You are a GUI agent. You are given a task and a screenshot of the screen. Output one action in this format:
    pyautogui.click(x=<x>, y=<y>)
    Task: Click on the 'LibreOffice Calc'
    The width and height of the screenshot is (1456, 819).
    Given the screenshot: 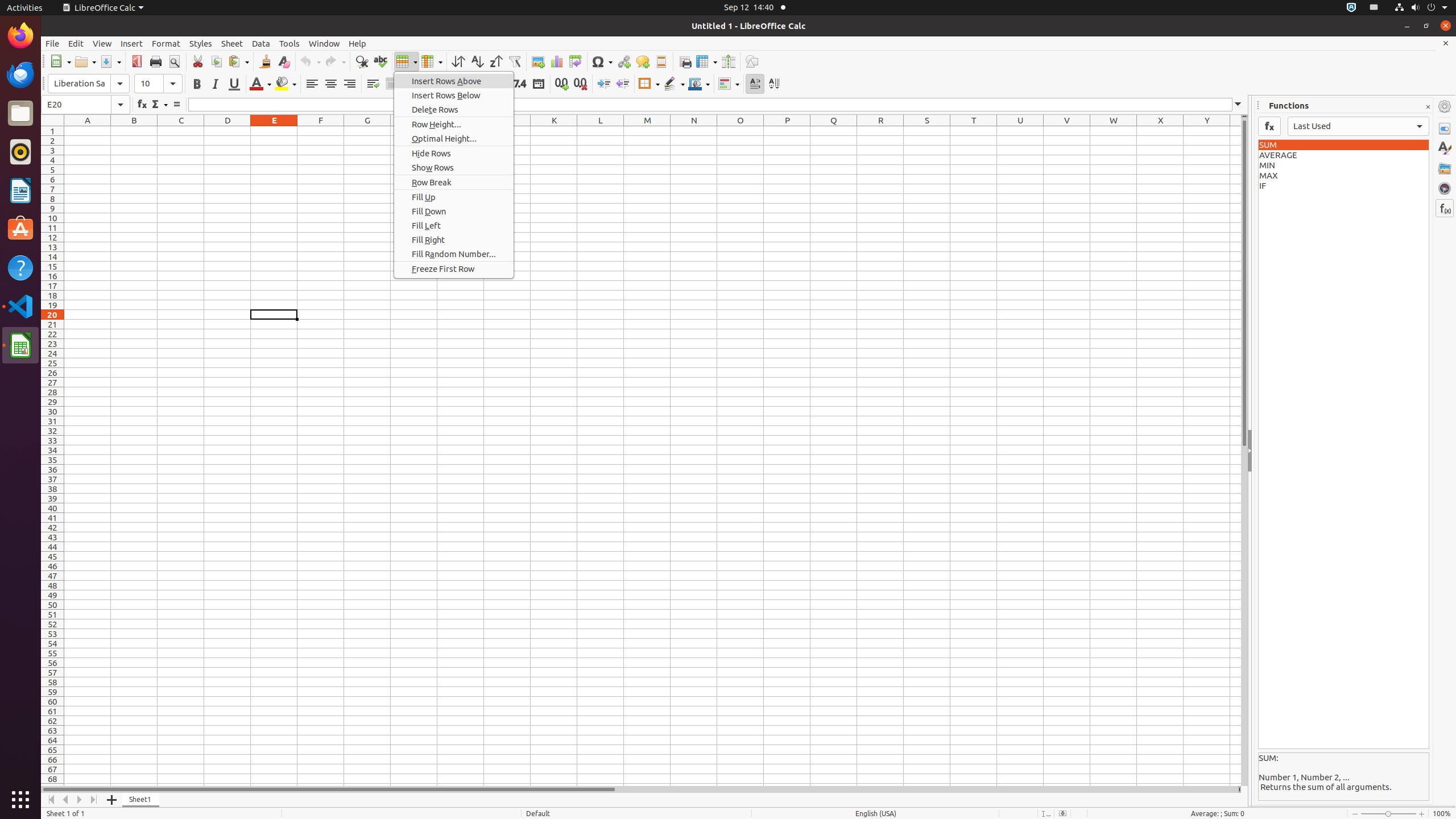 What is the action you would take?
    pyautogui.click(x=102, y=7)
    